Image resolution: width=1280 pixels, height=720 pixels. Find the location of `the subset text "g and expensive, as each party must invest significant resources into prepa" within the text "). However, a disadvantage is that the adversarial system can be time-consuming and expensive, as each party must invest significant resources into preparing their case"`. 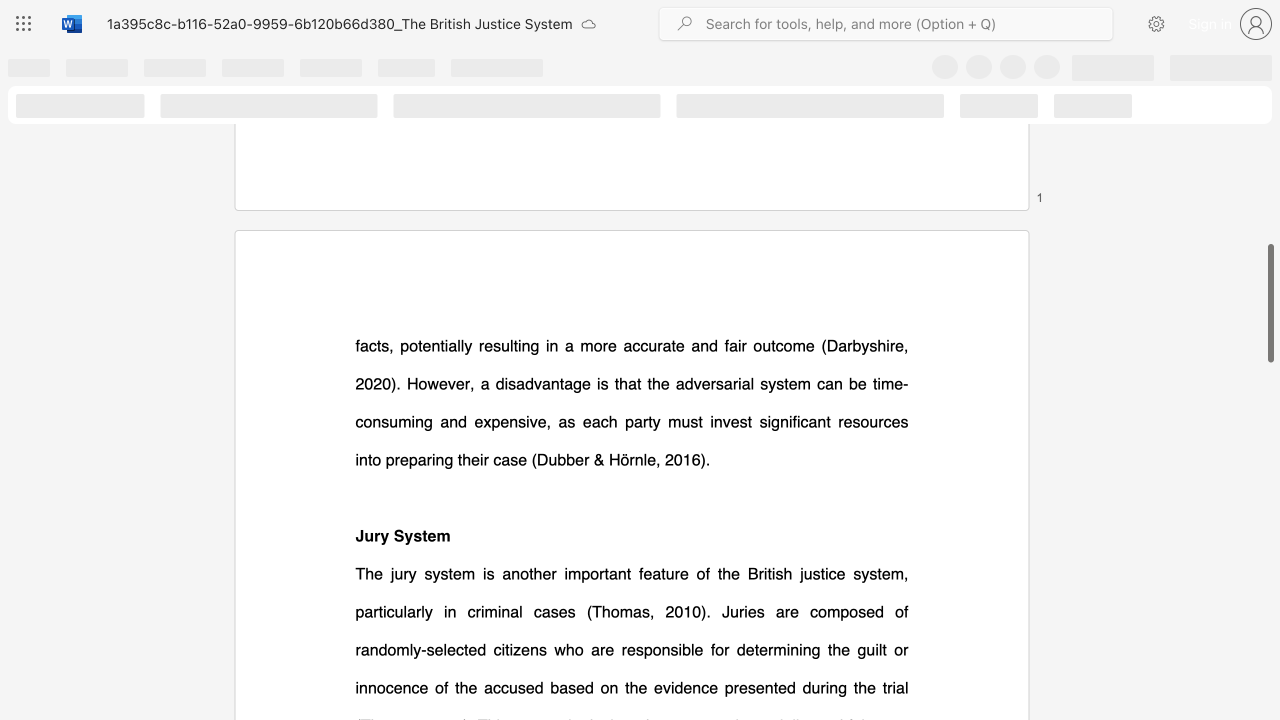

the subset text "g and expensive, as each party must invest significant resources into prepa" within the text "). However, a disadvantage is that the adversarial system can be time-consuming and expensive, as each party must invest significant resources into preparing their case" is located at coordinates (422, 420).